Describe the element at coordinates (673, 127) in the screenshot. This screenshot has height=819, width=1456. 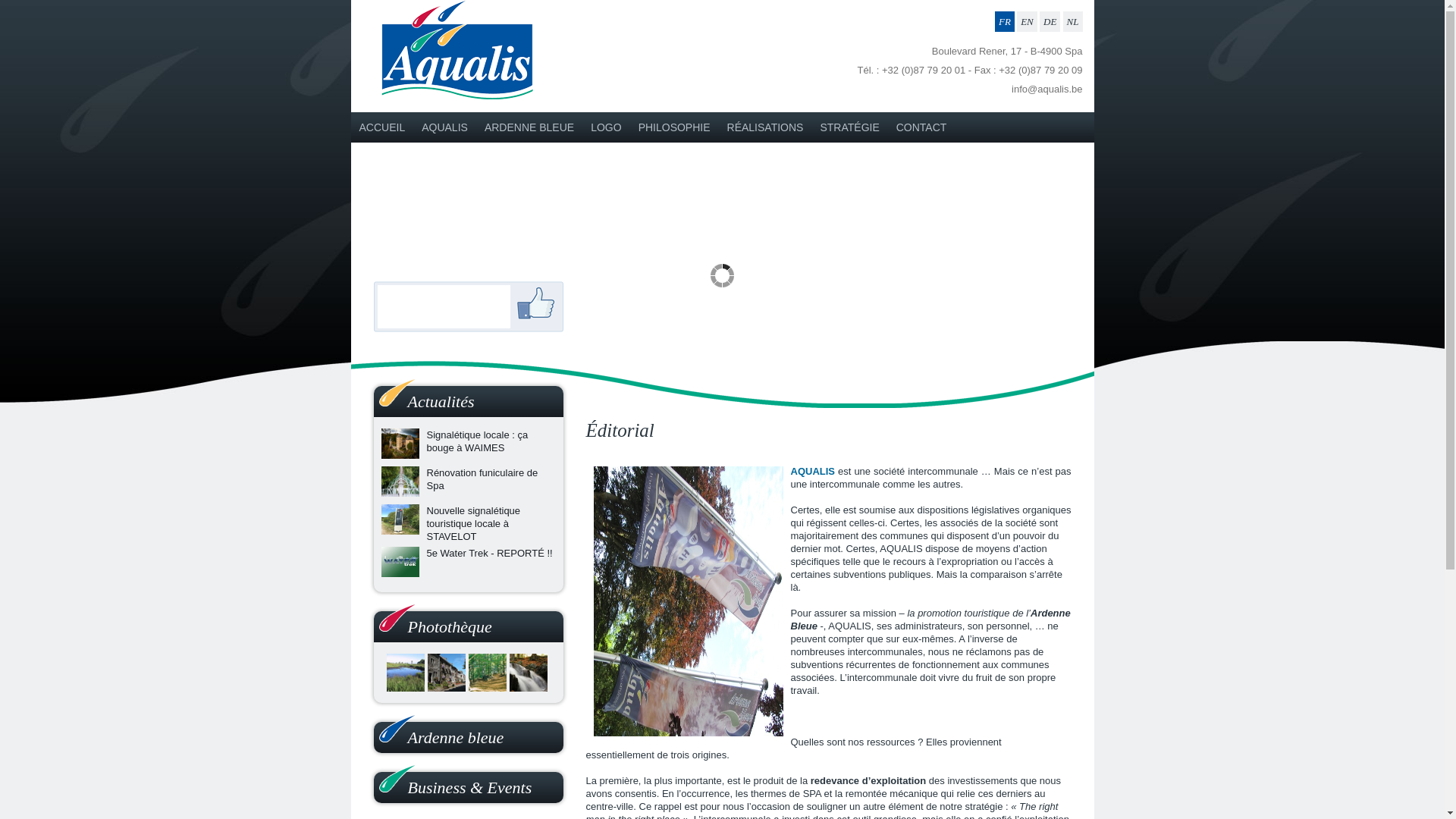
I see `'PHILOSOPHIE'` at that location.